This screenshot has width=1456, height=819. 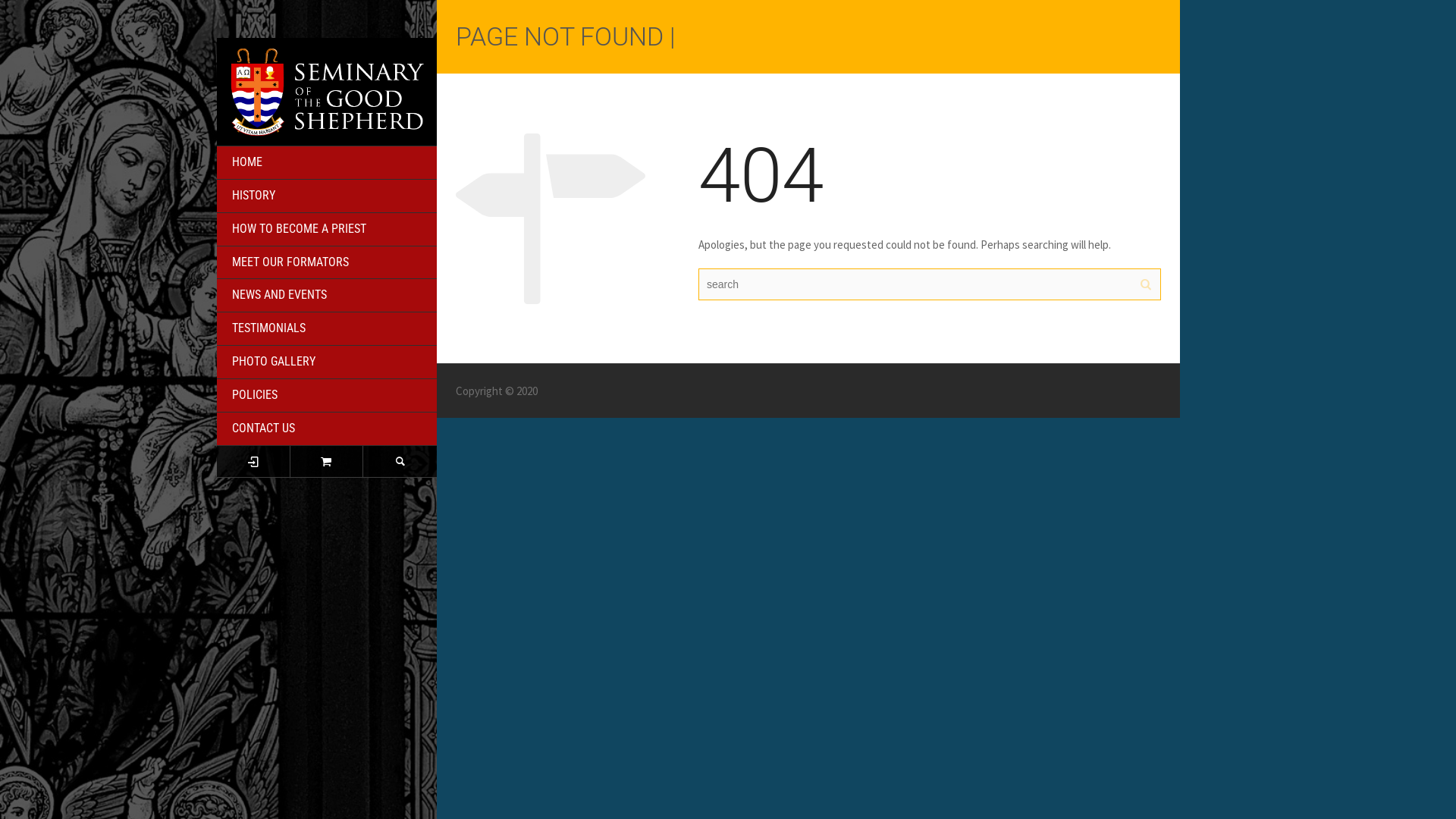 What do you see at coordinates (216, 362) in the screenshot?
I see `'PHOTO GALLERY'` at bounding box center [216, 362].